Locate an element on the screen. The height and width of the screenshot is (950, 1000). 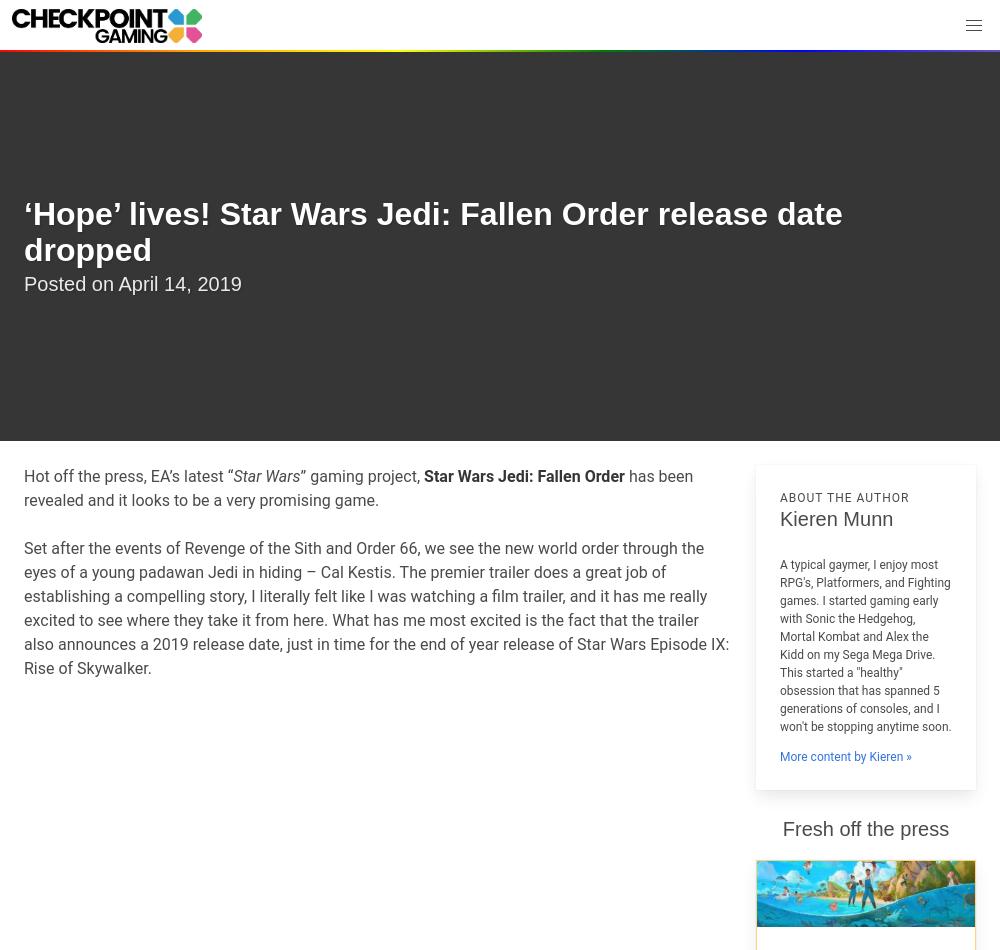
'‘Hope’ lives! Star Wars Jedi: Fallen Order release date dropped' is located at coordinates (24, 231).